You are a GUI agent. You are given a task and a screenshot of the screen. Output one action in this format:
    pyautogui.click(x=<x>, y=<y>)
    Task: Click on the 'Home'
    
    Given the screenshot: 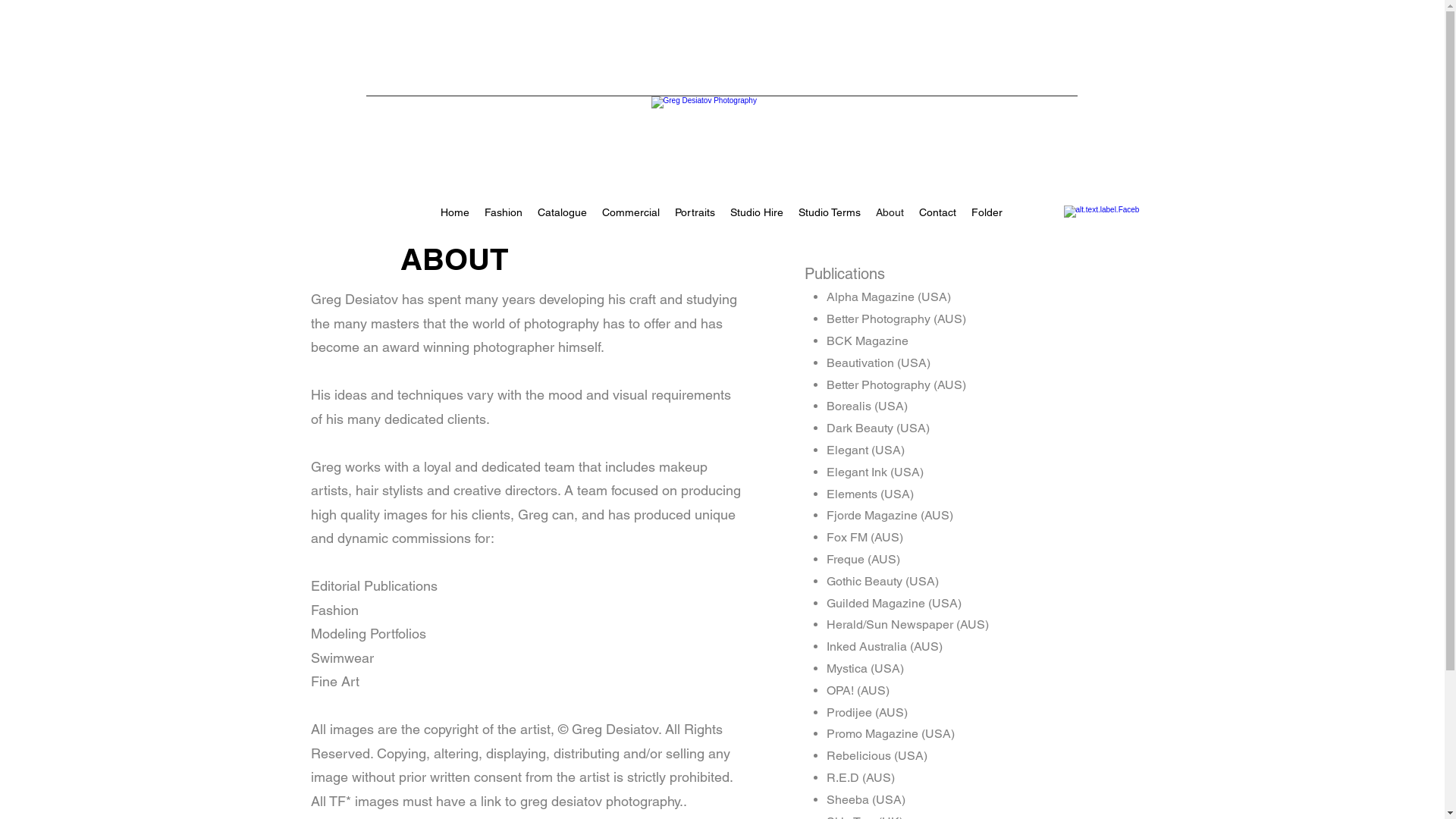 What is the action you would take?
    pyautogui.click(x=454, y=212)
    